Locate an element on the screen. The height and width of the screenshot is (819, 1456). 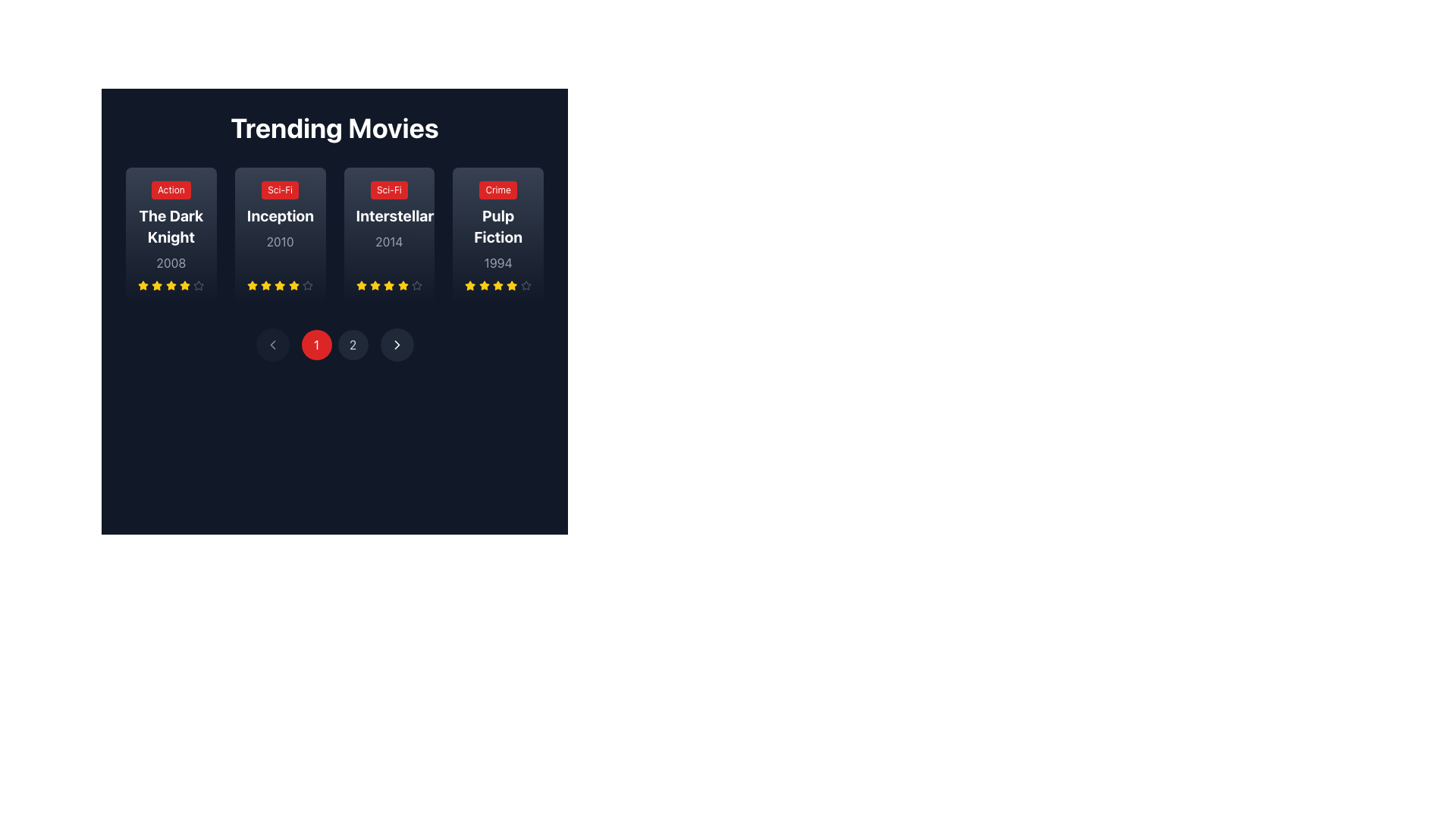
the text label displaying the year '2014' in a grayscale font, located within the card for the movie 'Interstellar' under the 'Sci-Fi' label is located at coordinates (389, 241).